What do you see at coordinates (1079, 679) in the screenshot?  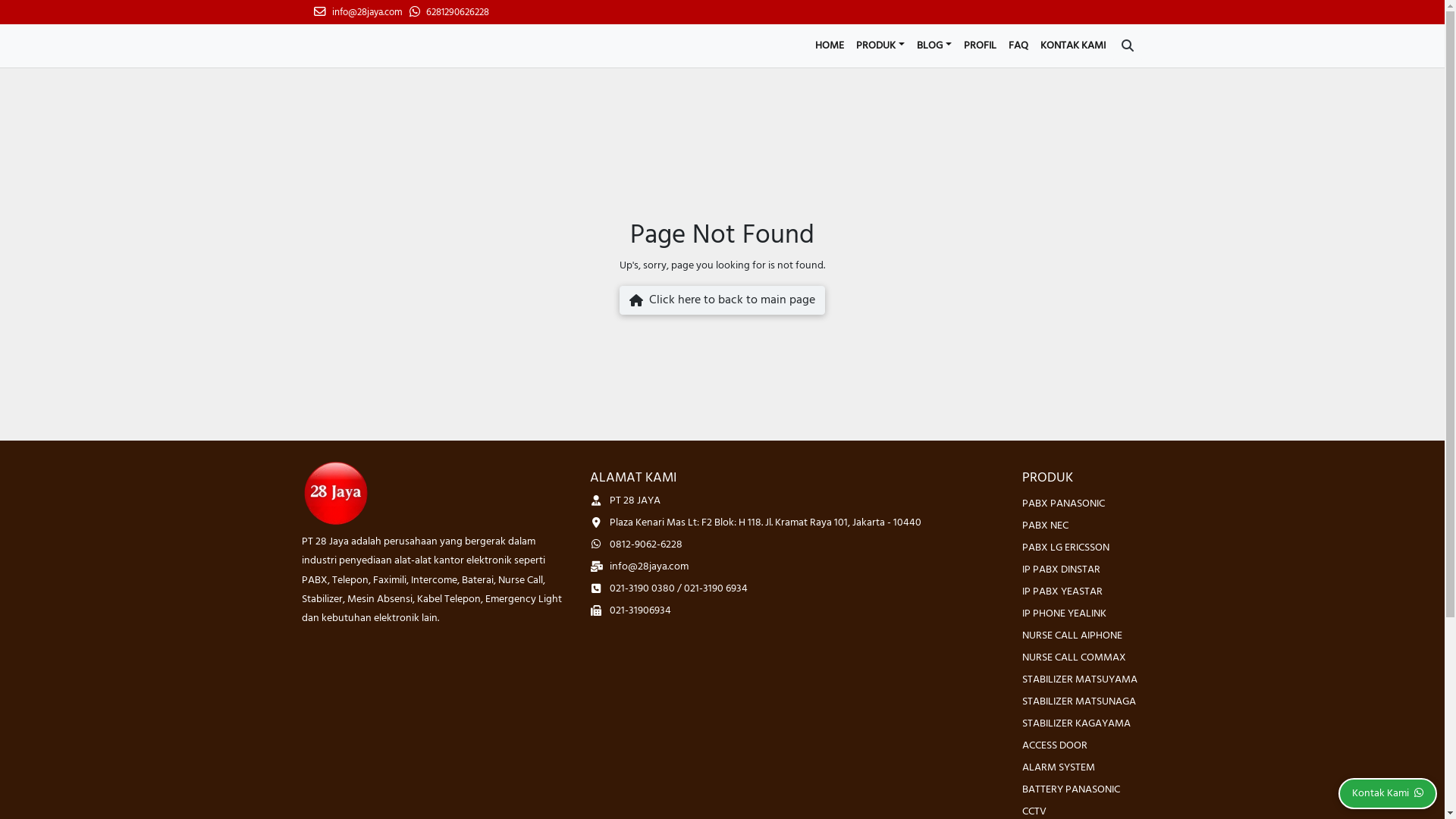 I see `'STABILIZER MATSUYAMA'` at bounding box center [1079, 679].